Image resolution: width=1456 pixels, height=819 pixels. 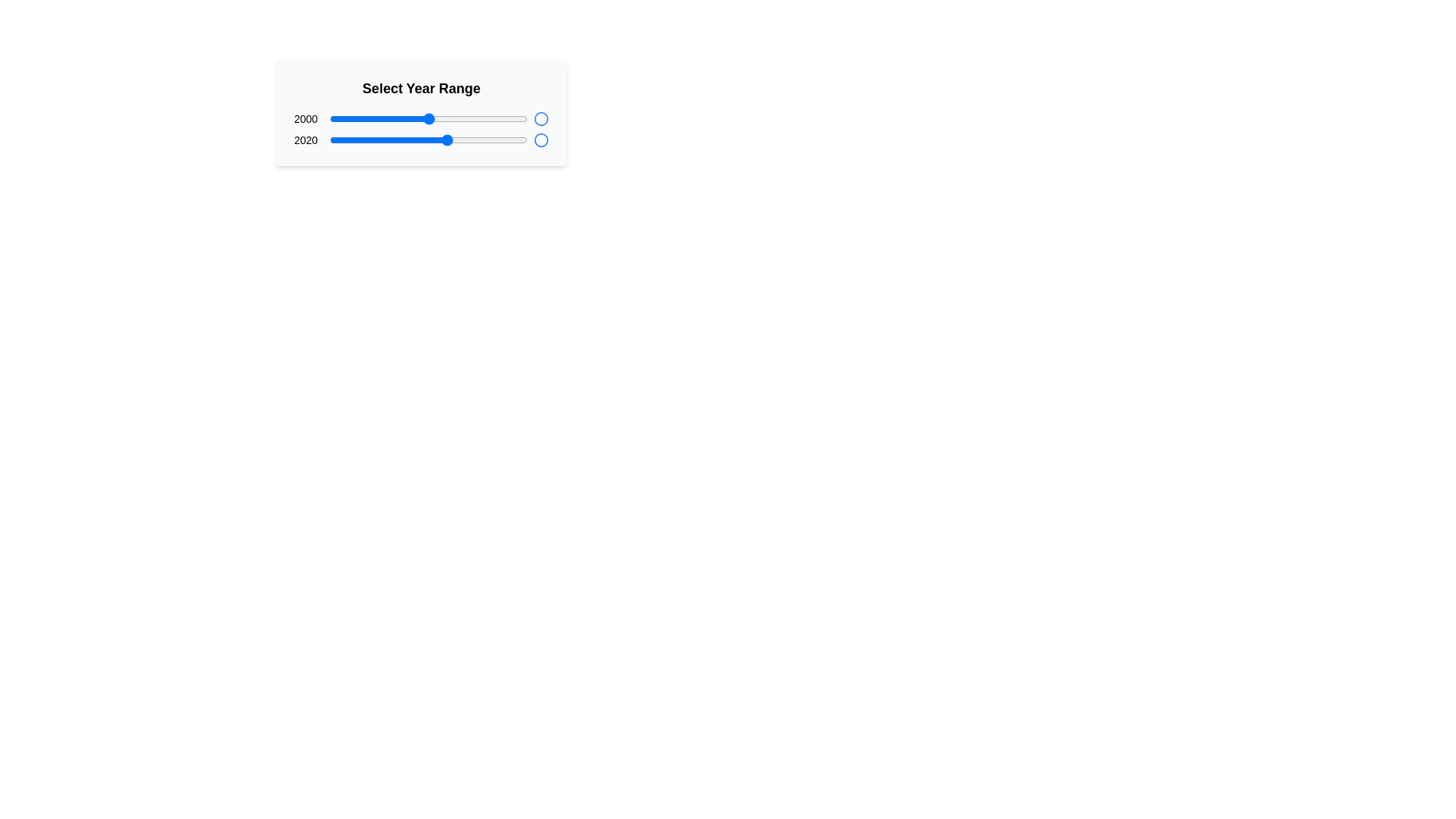 What do you see at coordinates (457, 118) in the screenshot?
I see `the year` at bounding box center [457, 118].